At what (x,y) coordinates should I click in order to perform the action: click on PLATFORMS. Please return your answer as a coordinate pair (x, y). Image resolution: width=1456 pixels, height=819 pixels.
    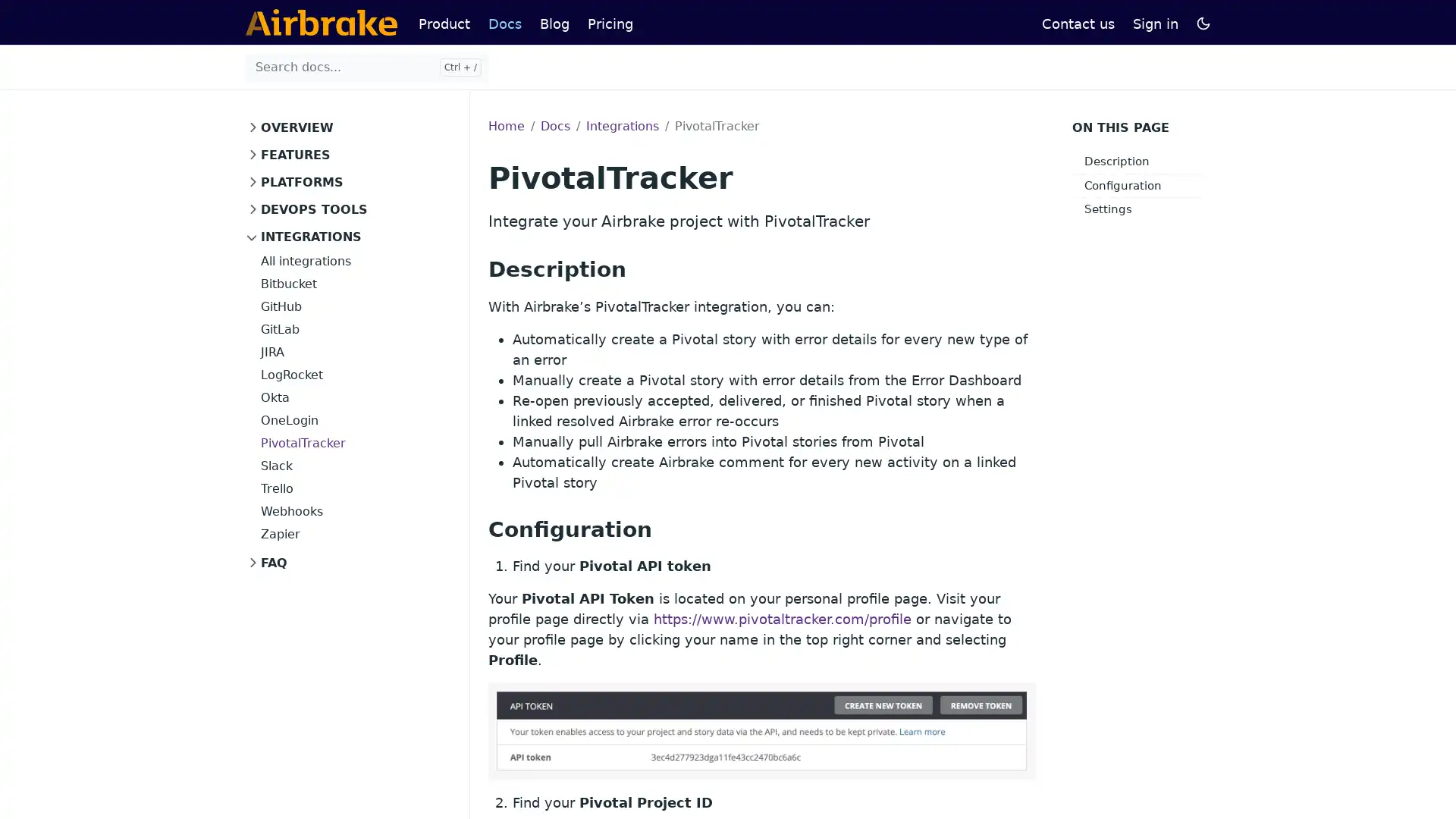
    Looking at the image, I should click on (297, 181).